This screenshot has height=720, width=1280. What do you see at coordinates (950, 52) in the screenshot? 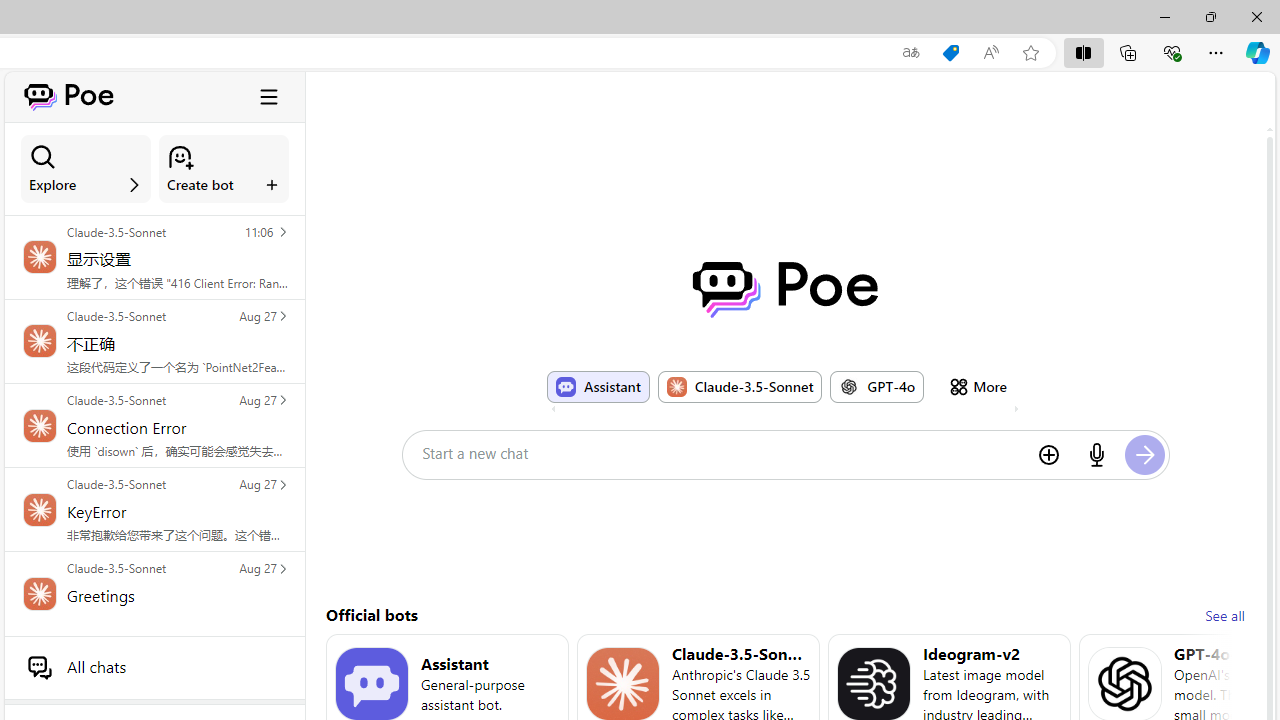
I see `'This site has coupons! Shopping in Microsoft Edge'` at bounding box center [950, 52].